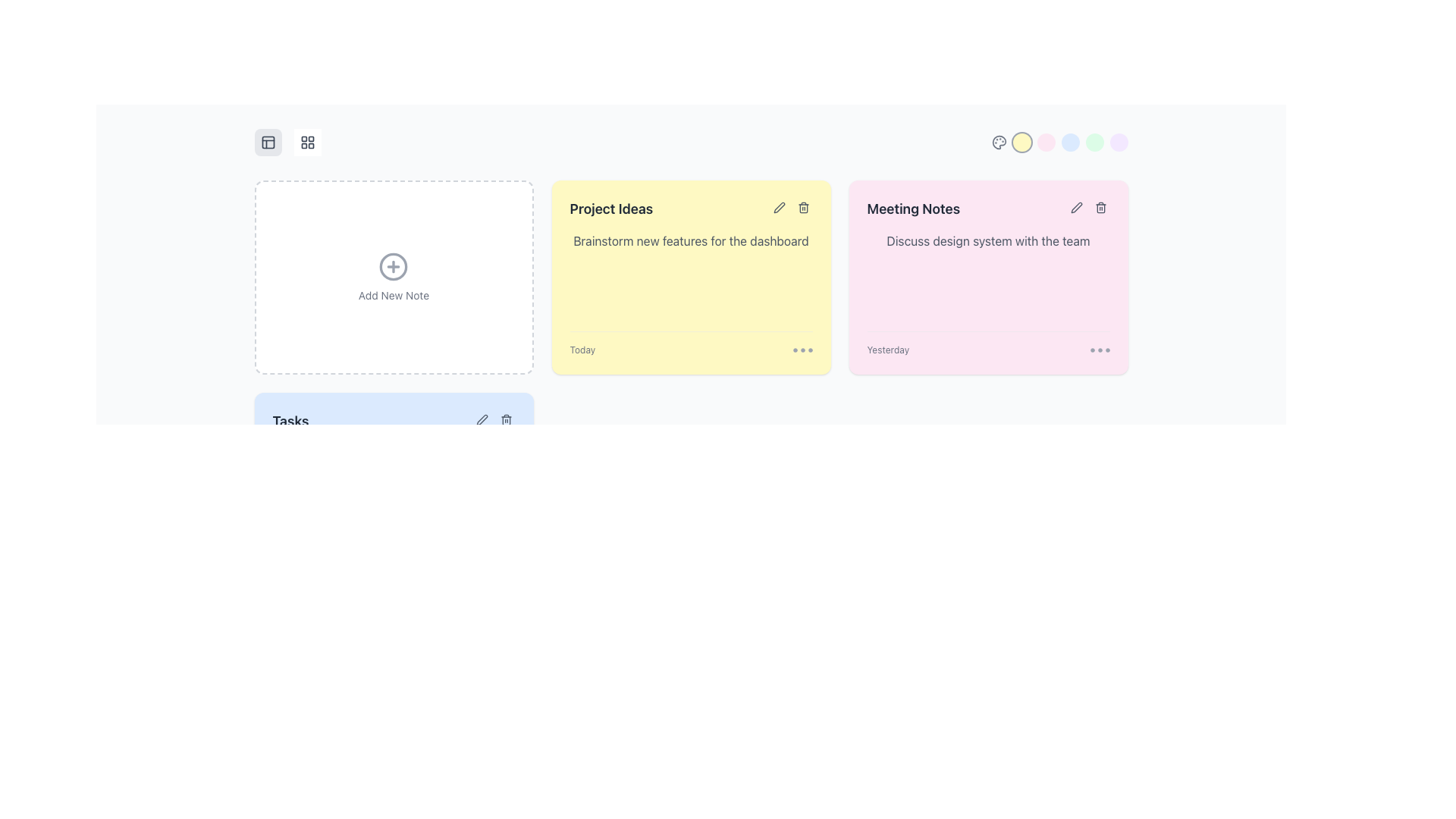 The image size is (1456, 819). I want to click on the last circular button in the sequence of six icons located in the top-right section of the interface, so click(1119, 143).